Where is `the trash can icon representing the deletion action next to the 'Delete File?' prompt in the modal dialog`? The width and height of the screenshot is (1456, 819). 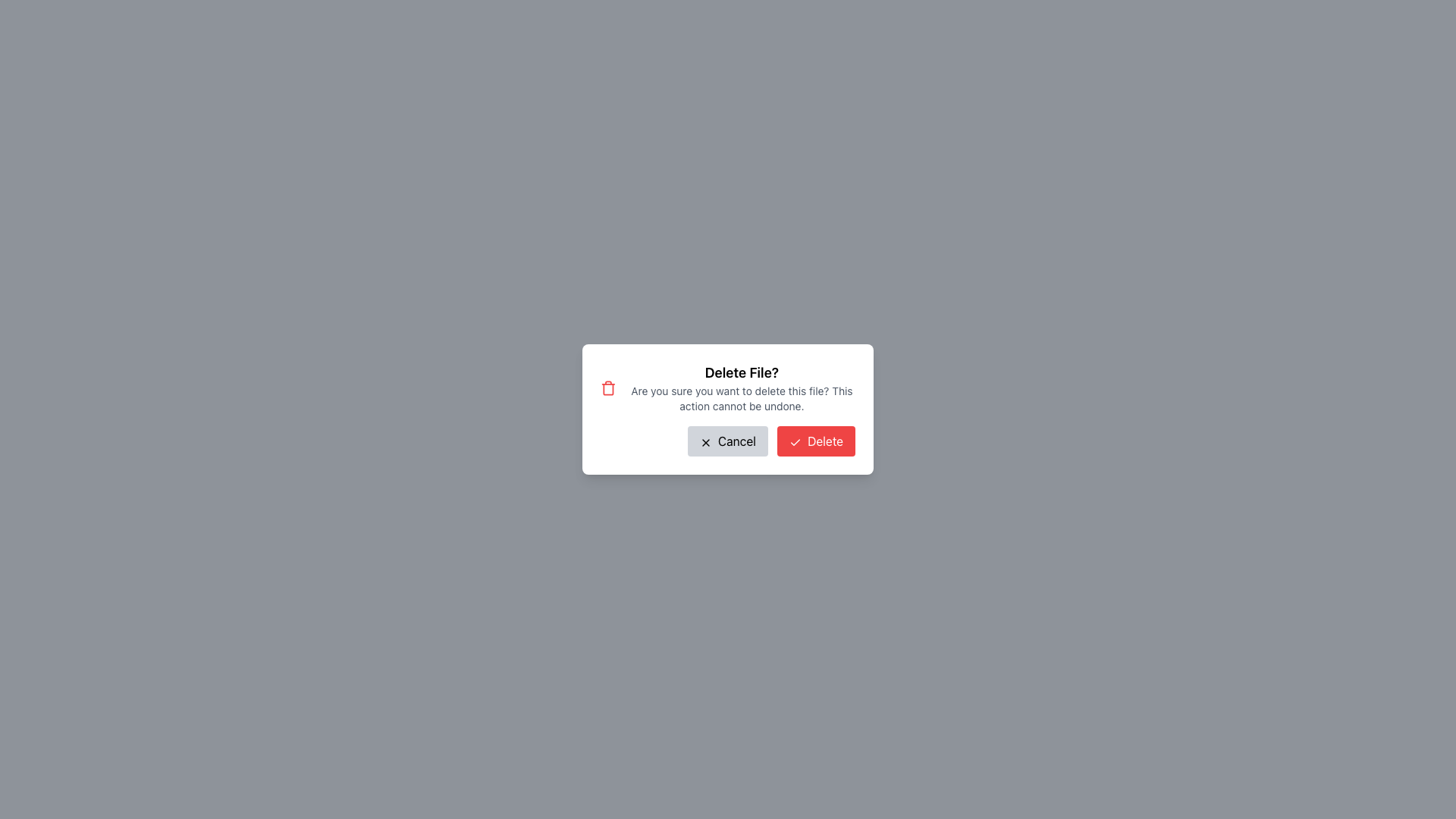 the trash can icon representing the deletion action next to the 'Delete File?' prompt in the modal dialog is located at coordinates (608, 388).